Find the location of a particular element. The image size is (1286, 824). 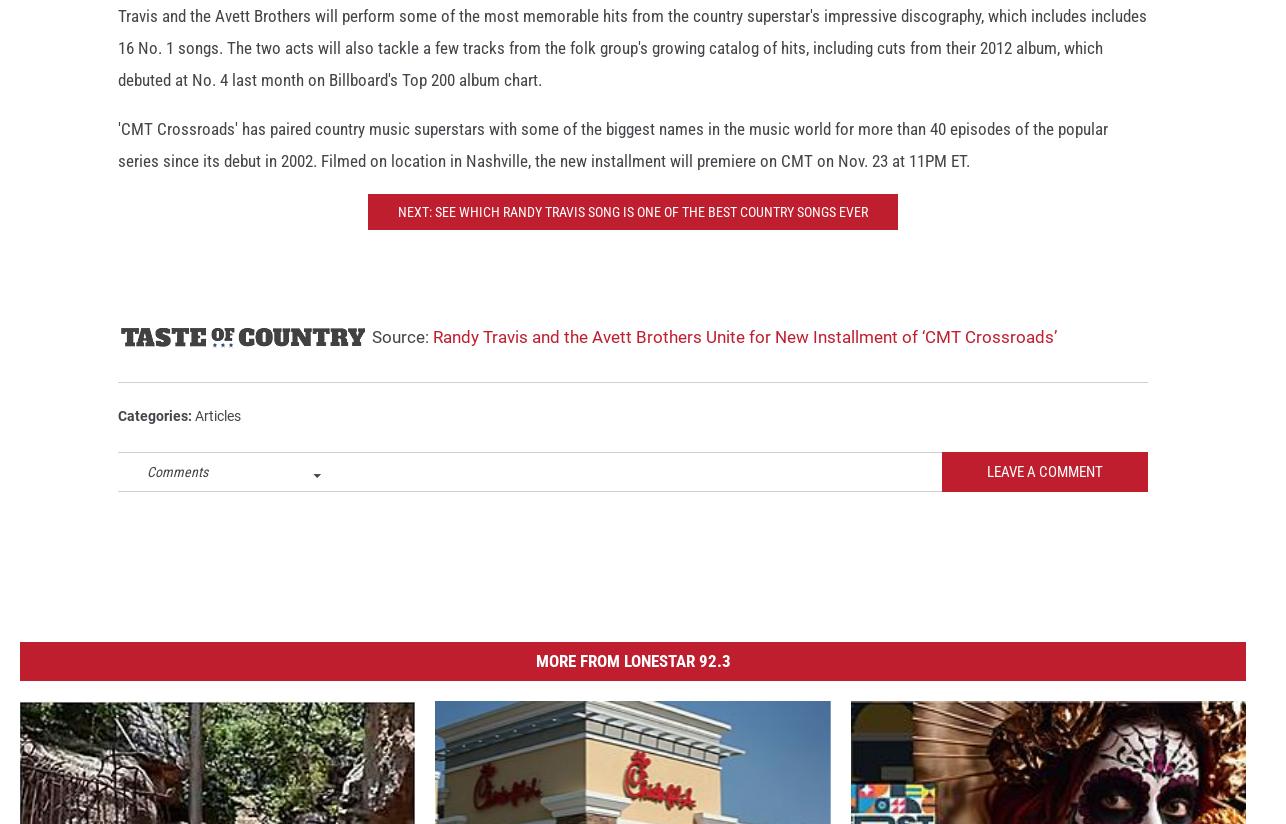

'Comments' is located at coordinates (177, 489).